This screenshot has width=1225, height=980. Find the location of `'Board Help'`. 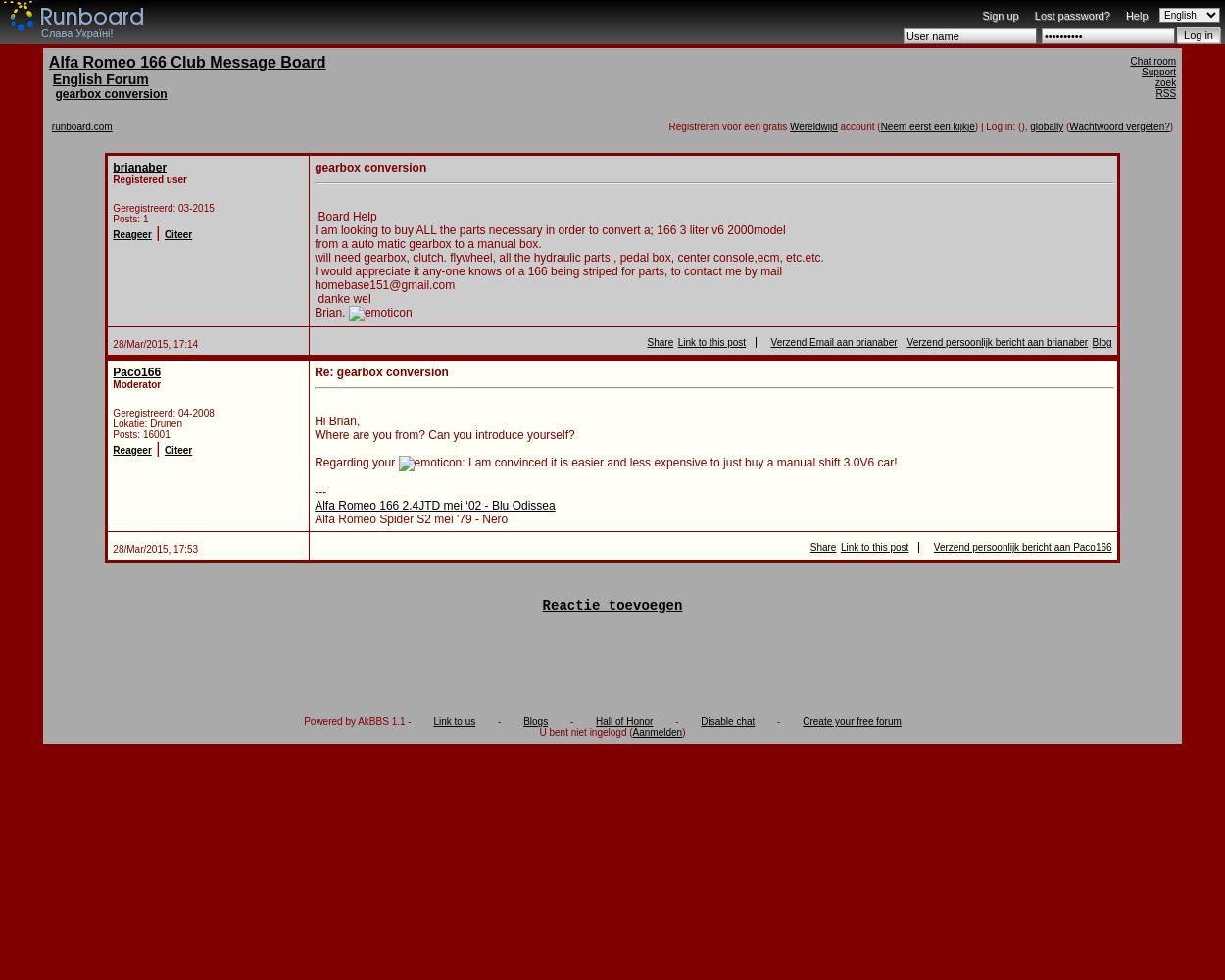

'Board Help' is located at coordinates (313, 216).